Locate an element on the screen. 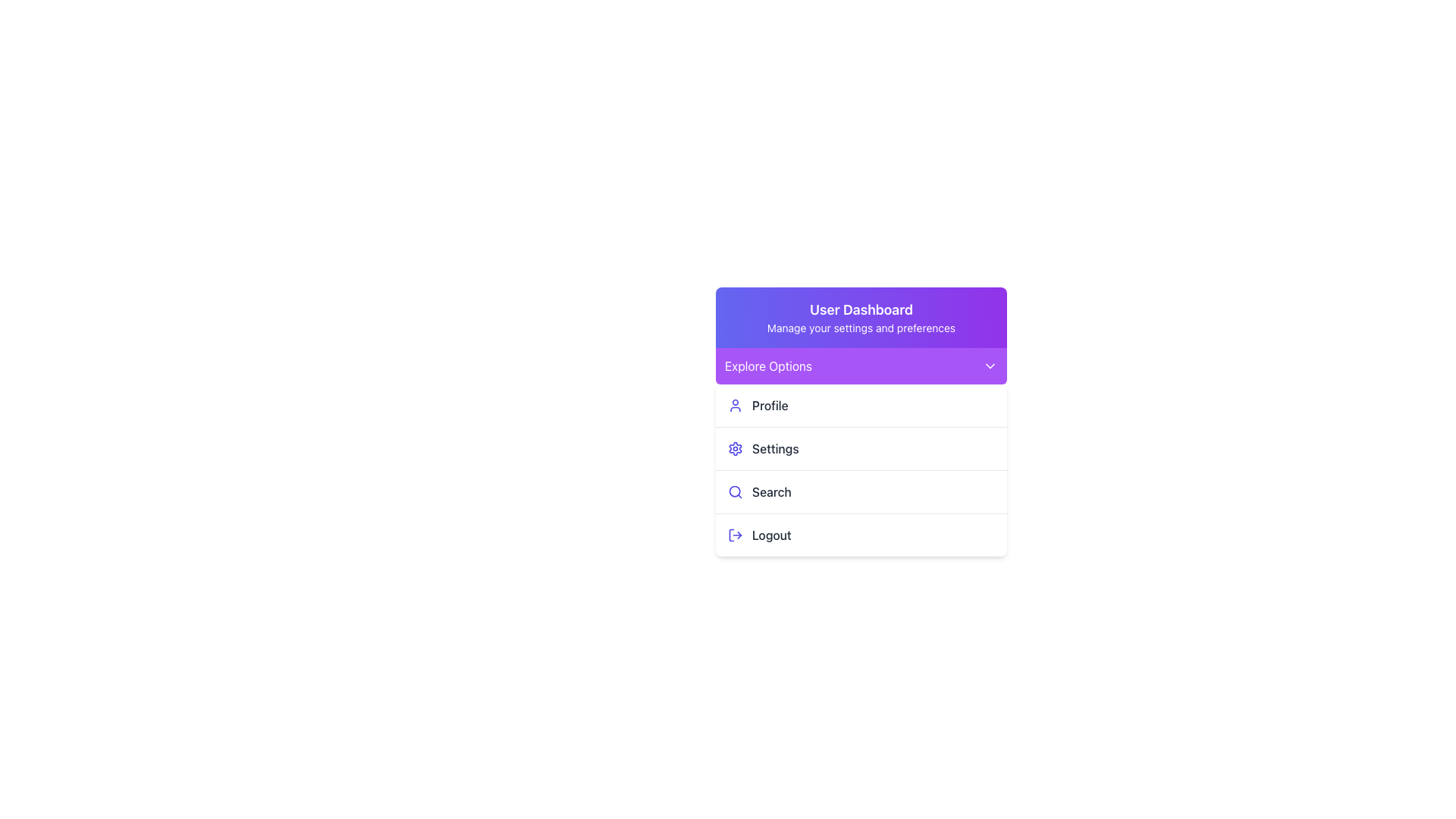  the 'Logout' icon located on the far left side of the 'Logout' menu option in the dropdown interface, adjacent to the 'Logout' text is located at coordinates (735, 534).